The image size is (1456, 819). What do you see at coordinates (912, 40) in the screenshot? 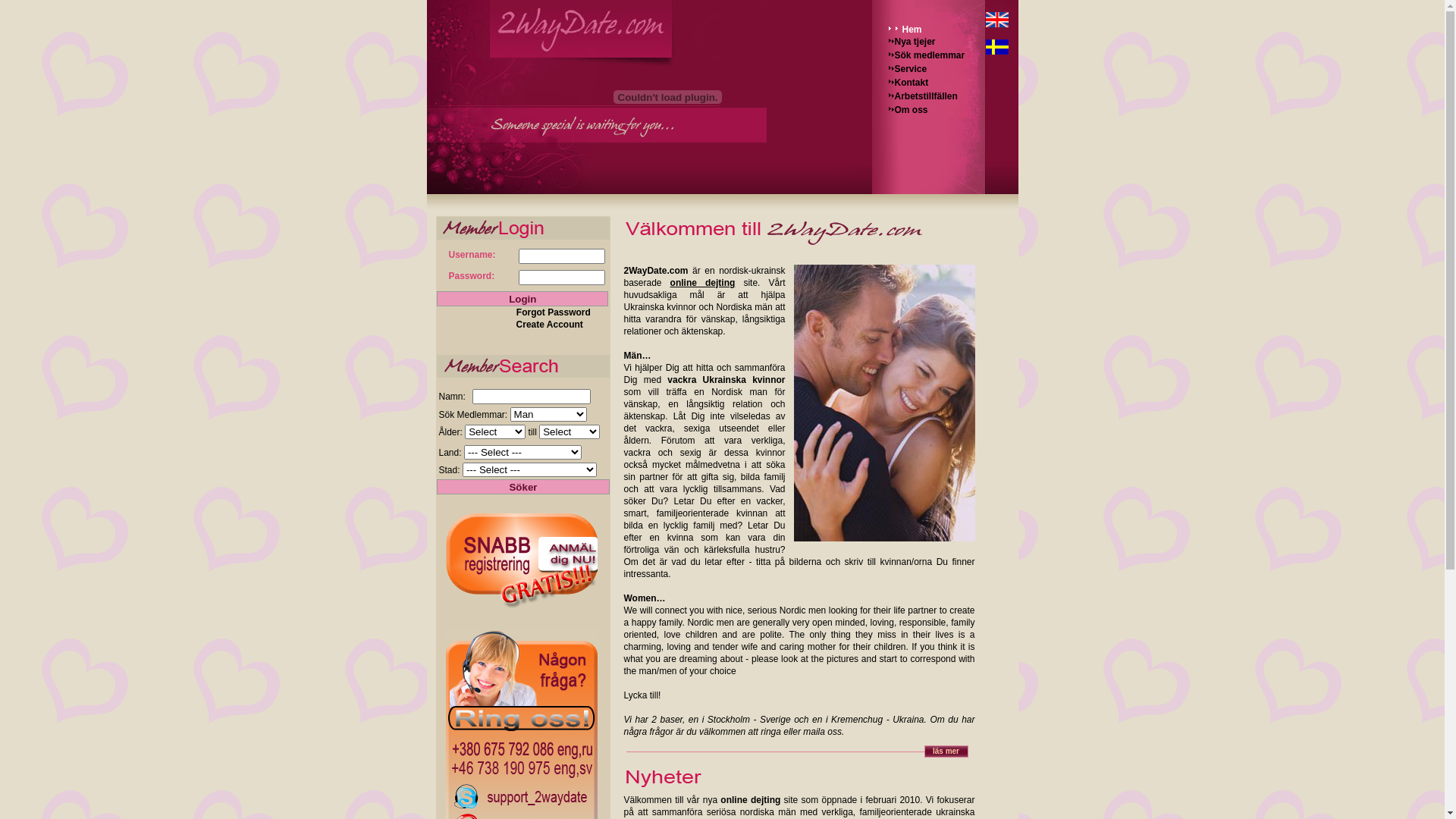
I see `'Nya tjejer'` at bounding box center [912, 40].